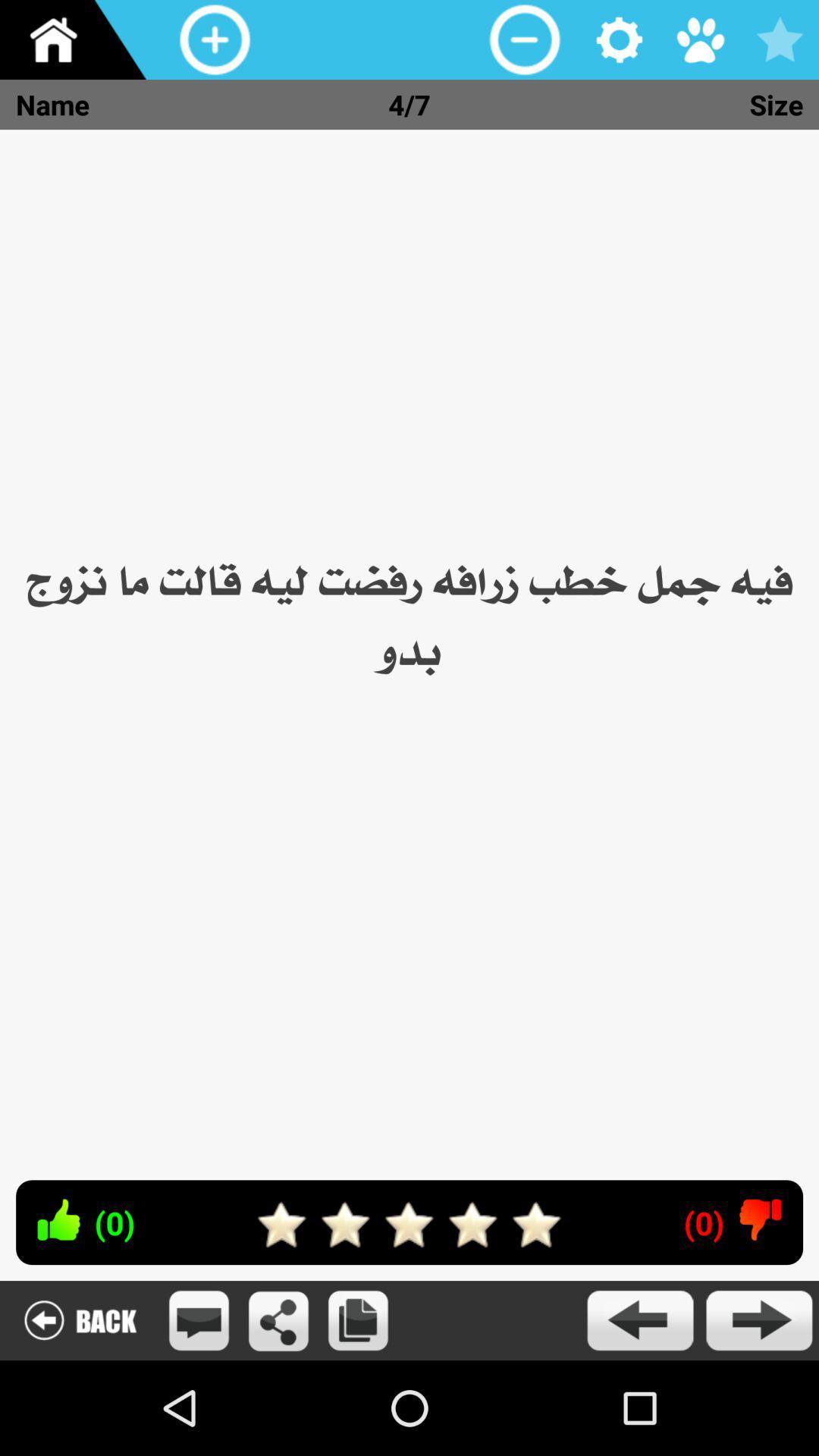 Image resolution: width=819 pixels, height=1456 pixels. Describe the element at coordinates (57, 1219) in the screenshot. I see `like the article` at that location.